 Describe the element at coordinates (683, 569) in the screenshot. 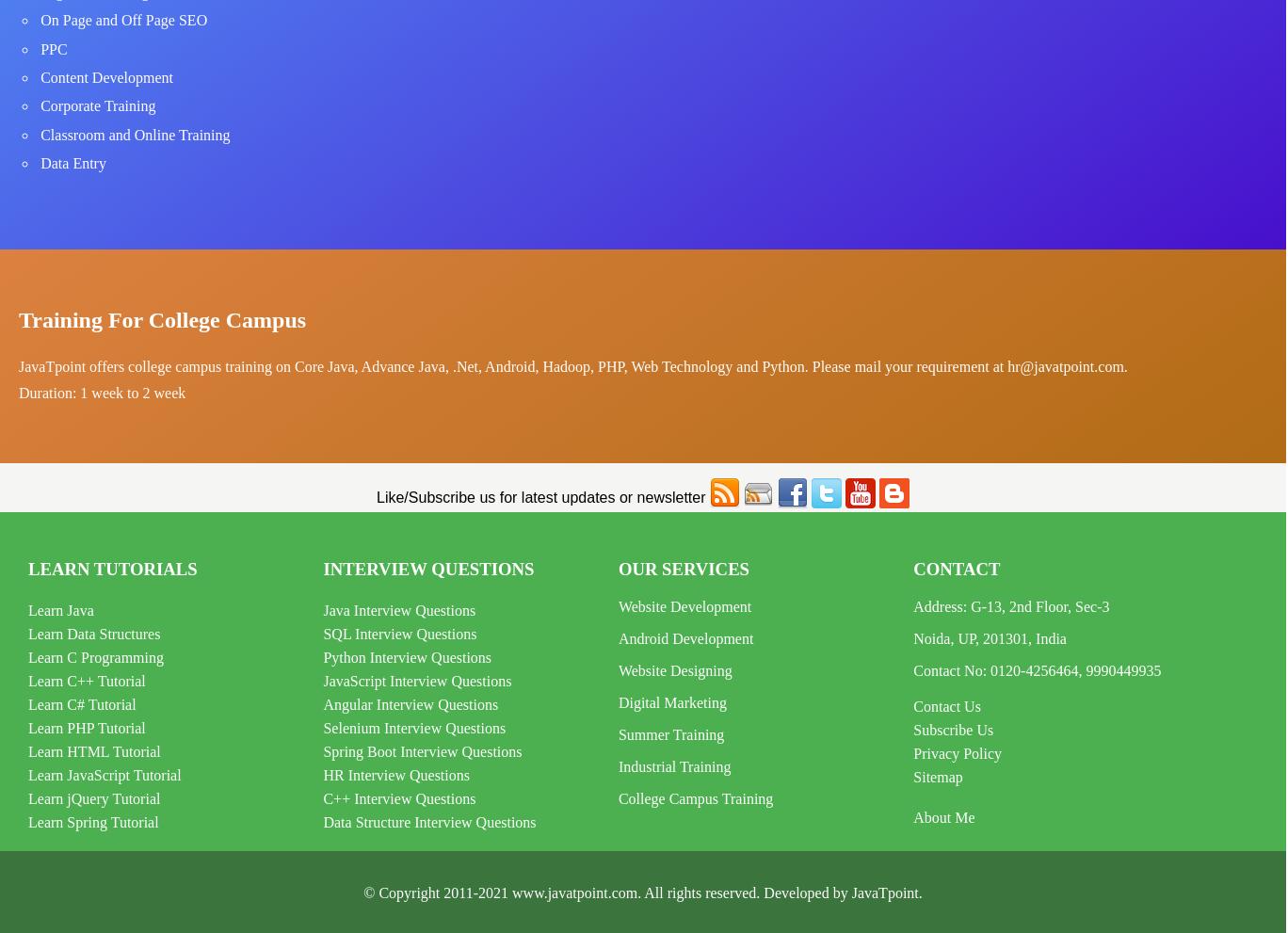

I see `'Our Services'` at that location.